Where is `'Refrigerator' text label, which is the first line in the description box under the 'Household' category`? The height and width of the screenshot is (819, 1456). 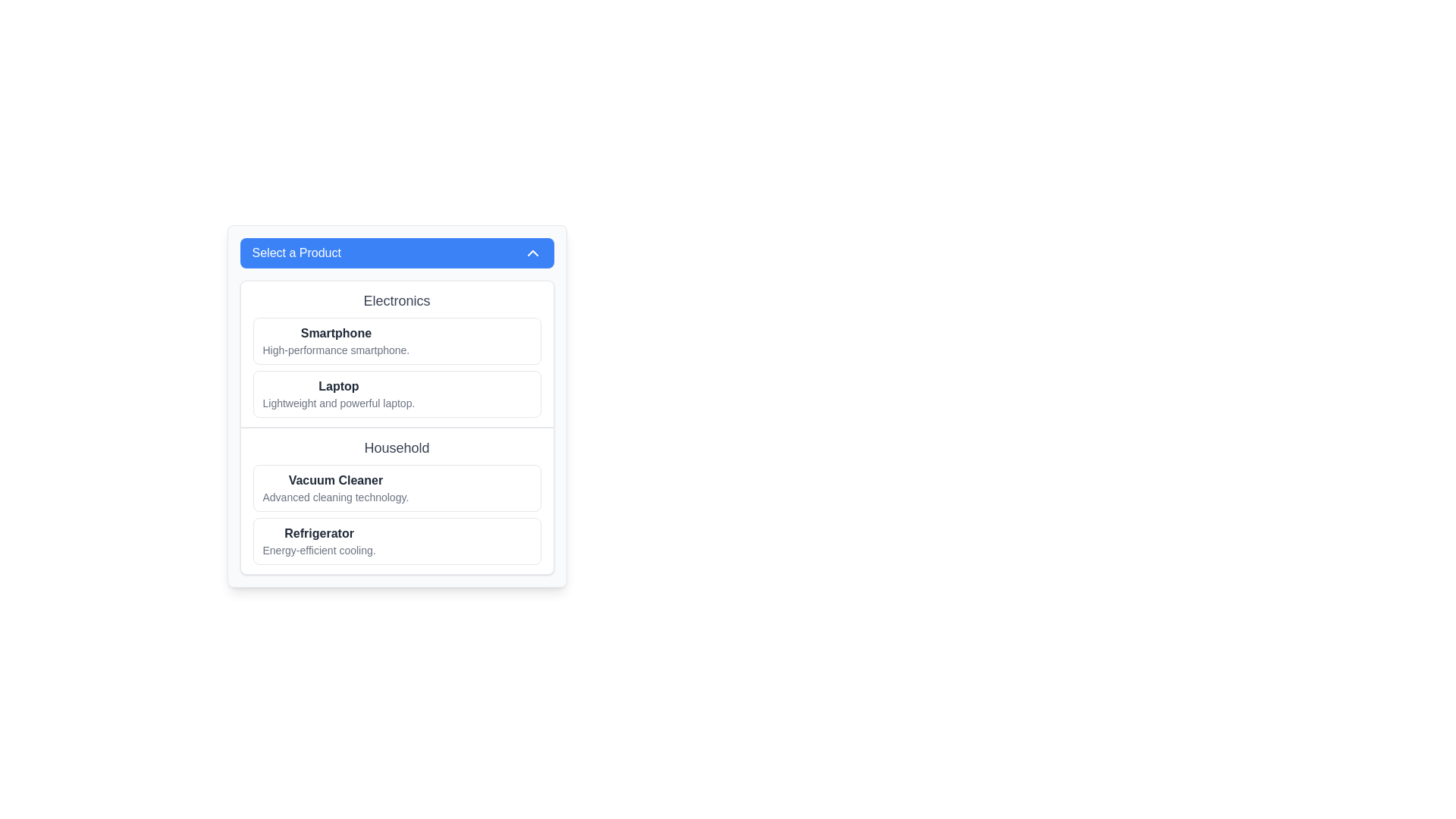
'Refrigerator' text label, which is the first line in the description box under the 'Household' category is located at coordinates (318, 533).